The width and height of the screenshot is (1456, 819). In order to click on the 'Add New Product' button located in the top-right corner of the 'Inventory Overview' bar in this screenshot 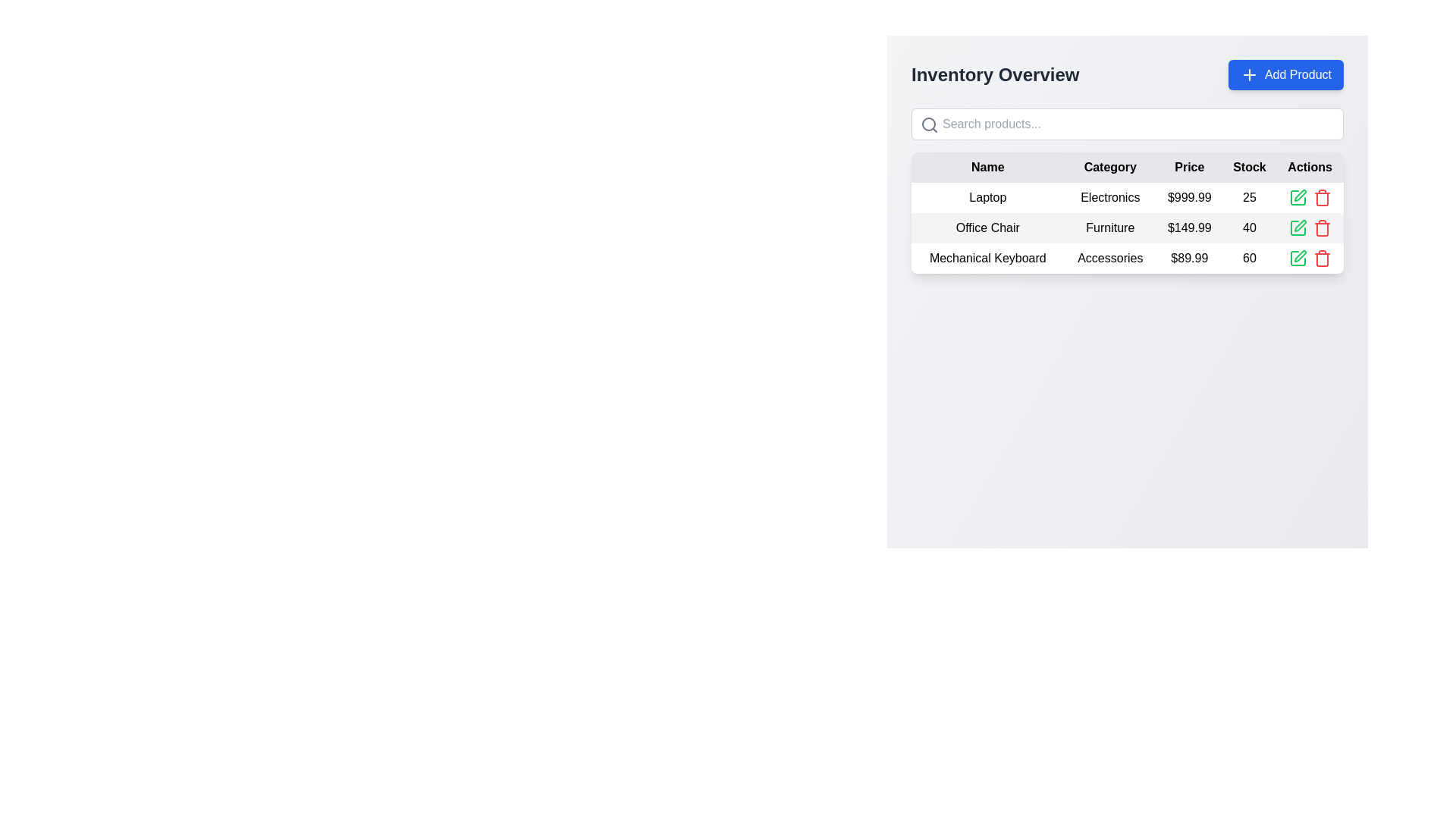, I will do `click(1285, 75)`.